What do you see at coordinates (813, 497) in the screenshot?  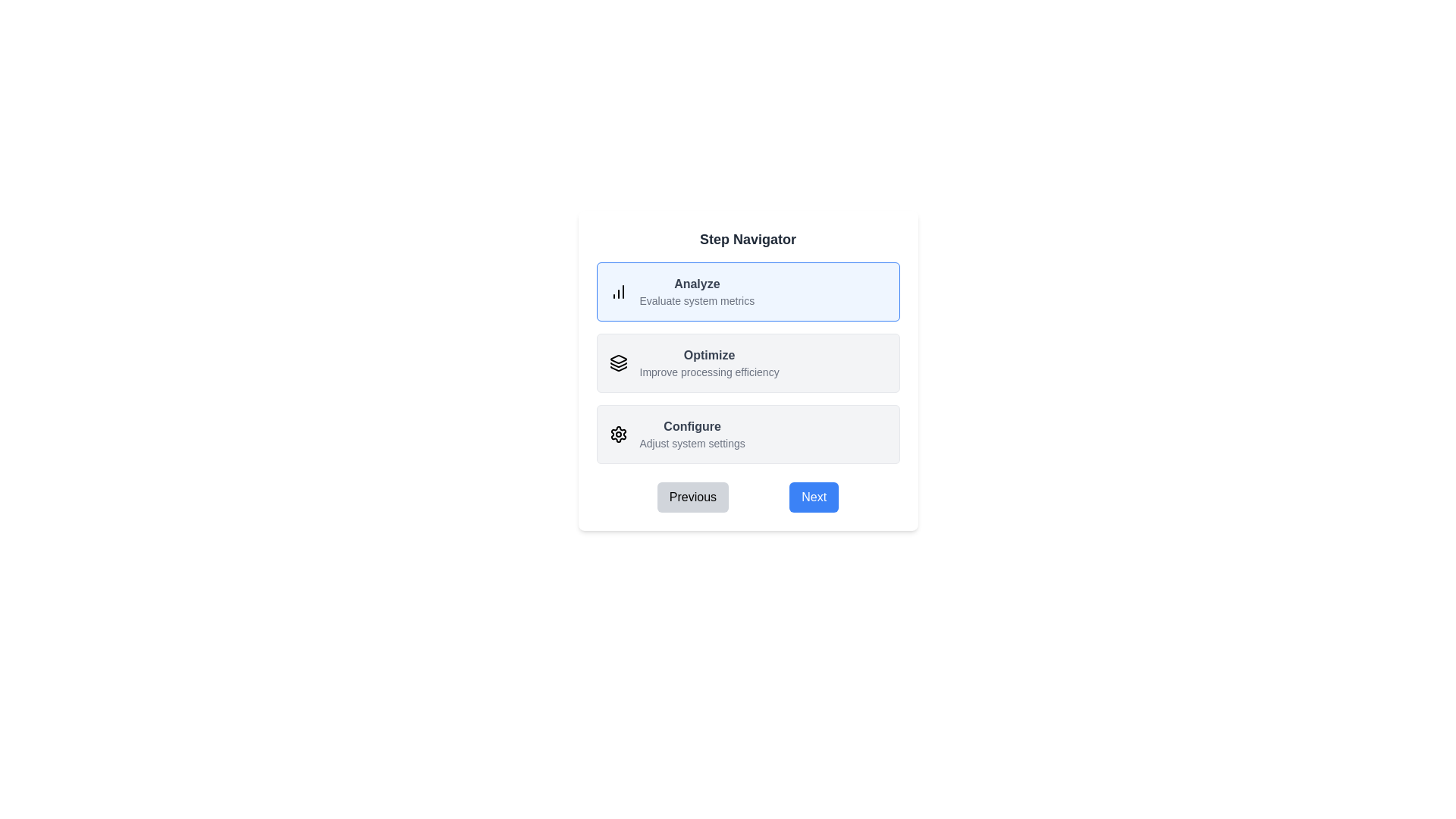 I see `the 'Next' button, which has a blue background and rounded corners` at bounding box center [813, 497].